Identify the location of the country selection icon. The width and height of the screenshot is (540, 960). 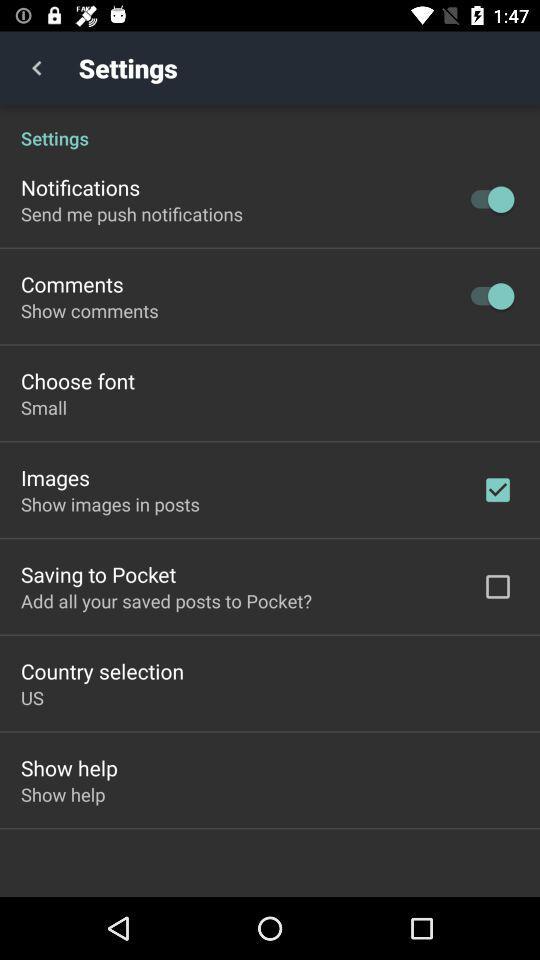
(102, 671).